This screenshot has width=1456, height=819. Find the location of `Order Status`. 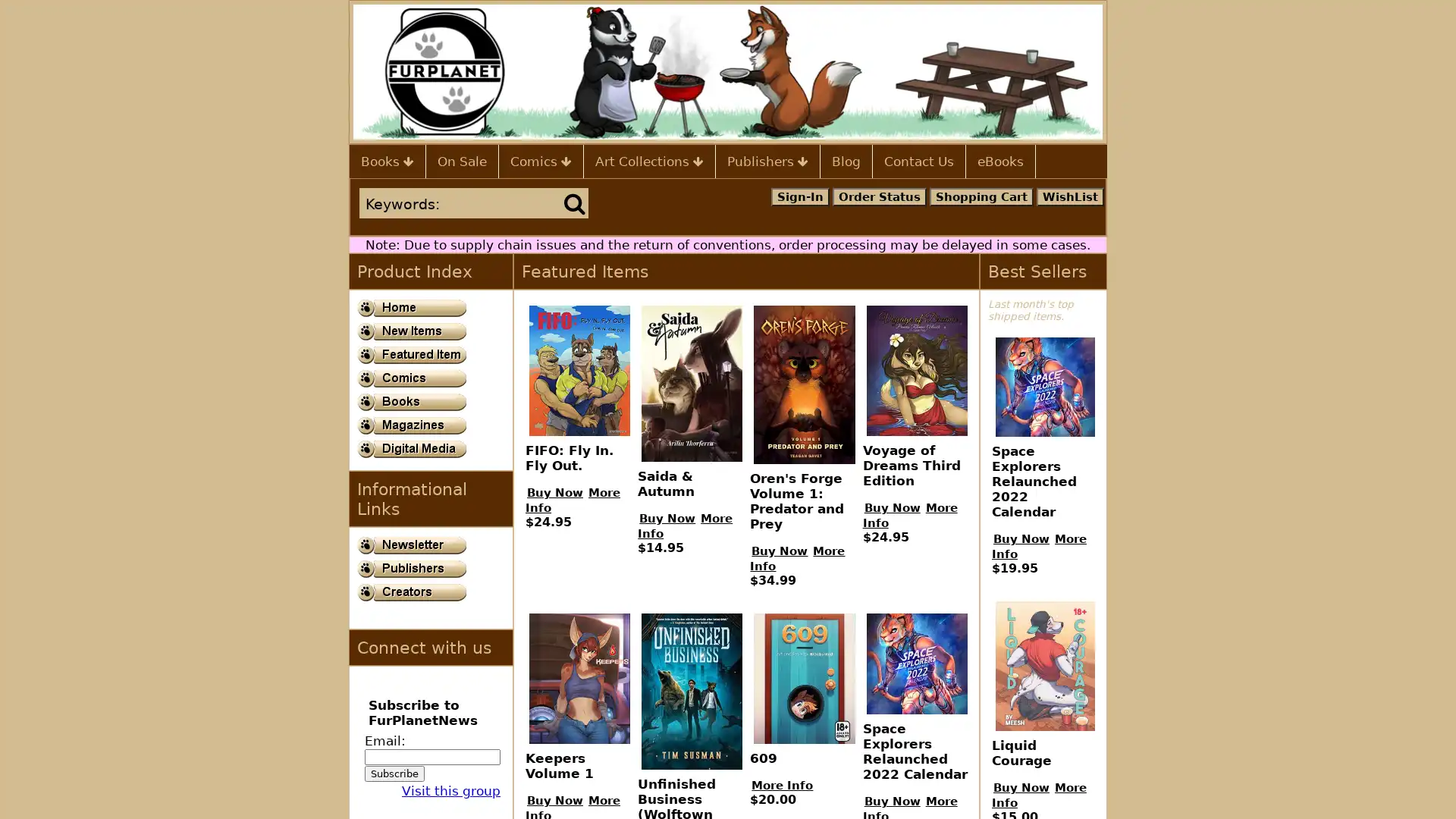

Order Status is located at coordinates (880, 195).